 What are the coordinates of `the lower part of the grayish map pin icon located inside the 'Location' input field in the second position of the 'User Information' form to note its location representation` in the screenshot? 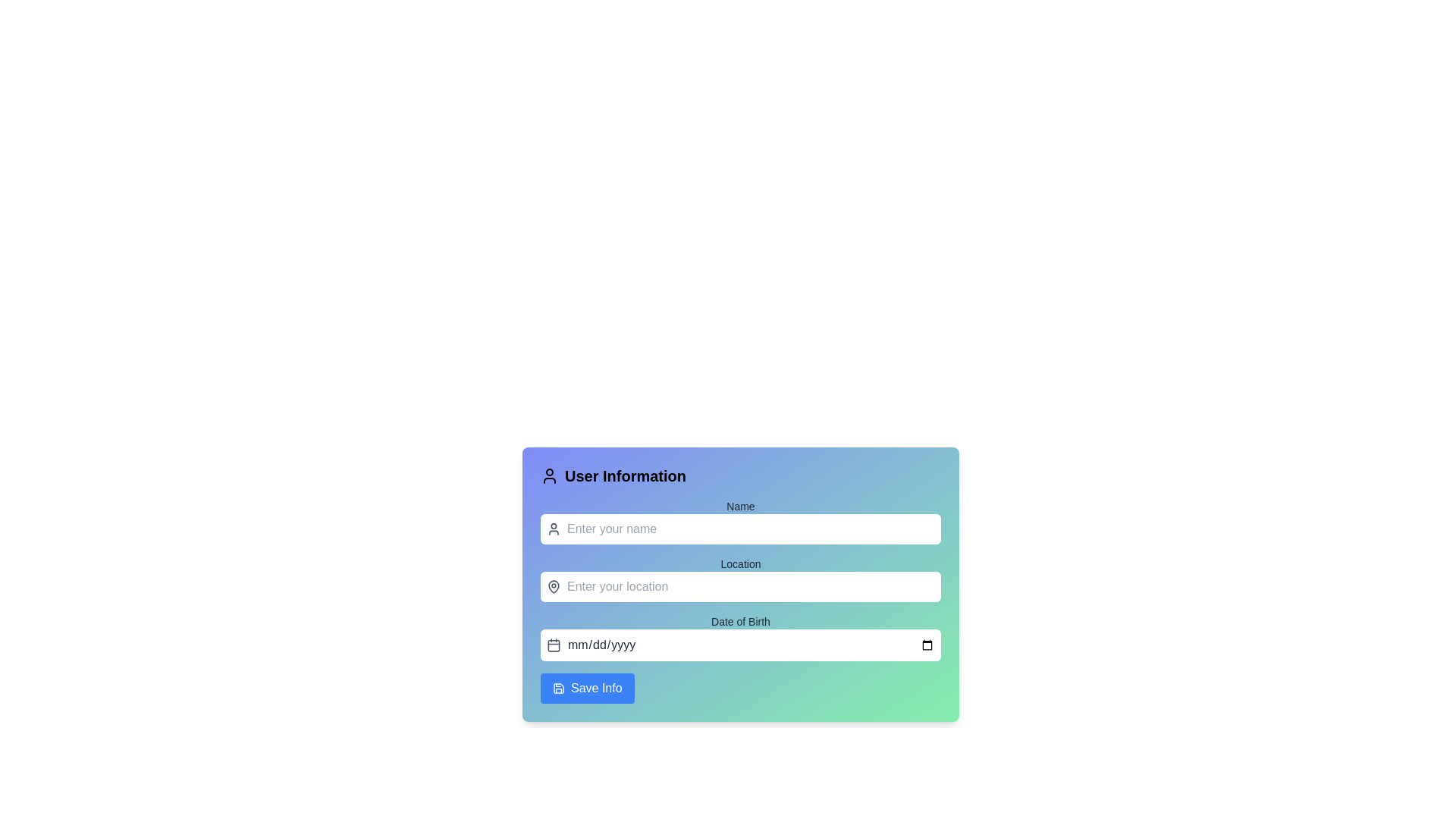 It's located at (553, 586).